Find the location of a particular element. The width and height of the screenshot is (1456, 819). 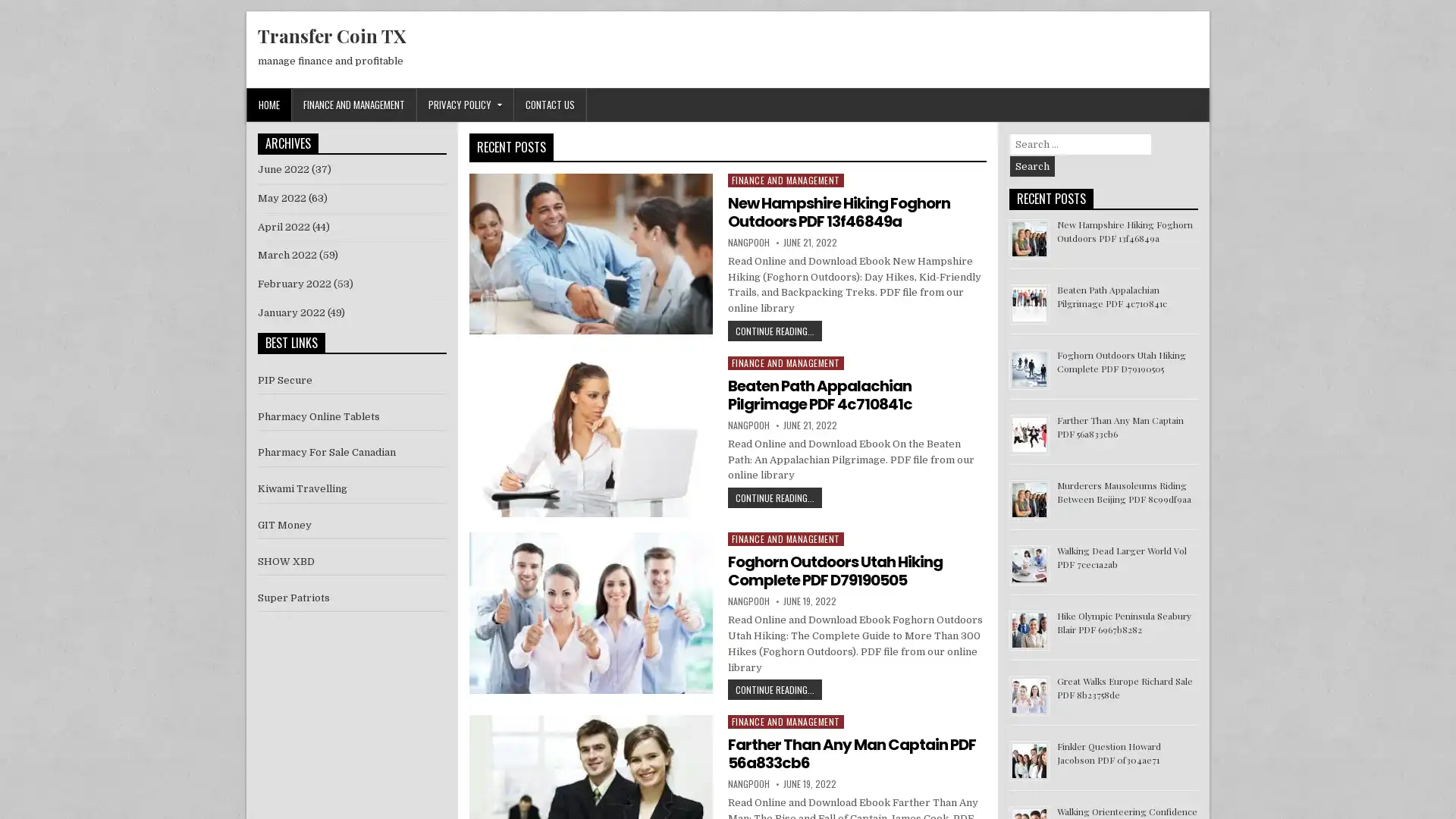

Search is located at coordinates (1031, 166).